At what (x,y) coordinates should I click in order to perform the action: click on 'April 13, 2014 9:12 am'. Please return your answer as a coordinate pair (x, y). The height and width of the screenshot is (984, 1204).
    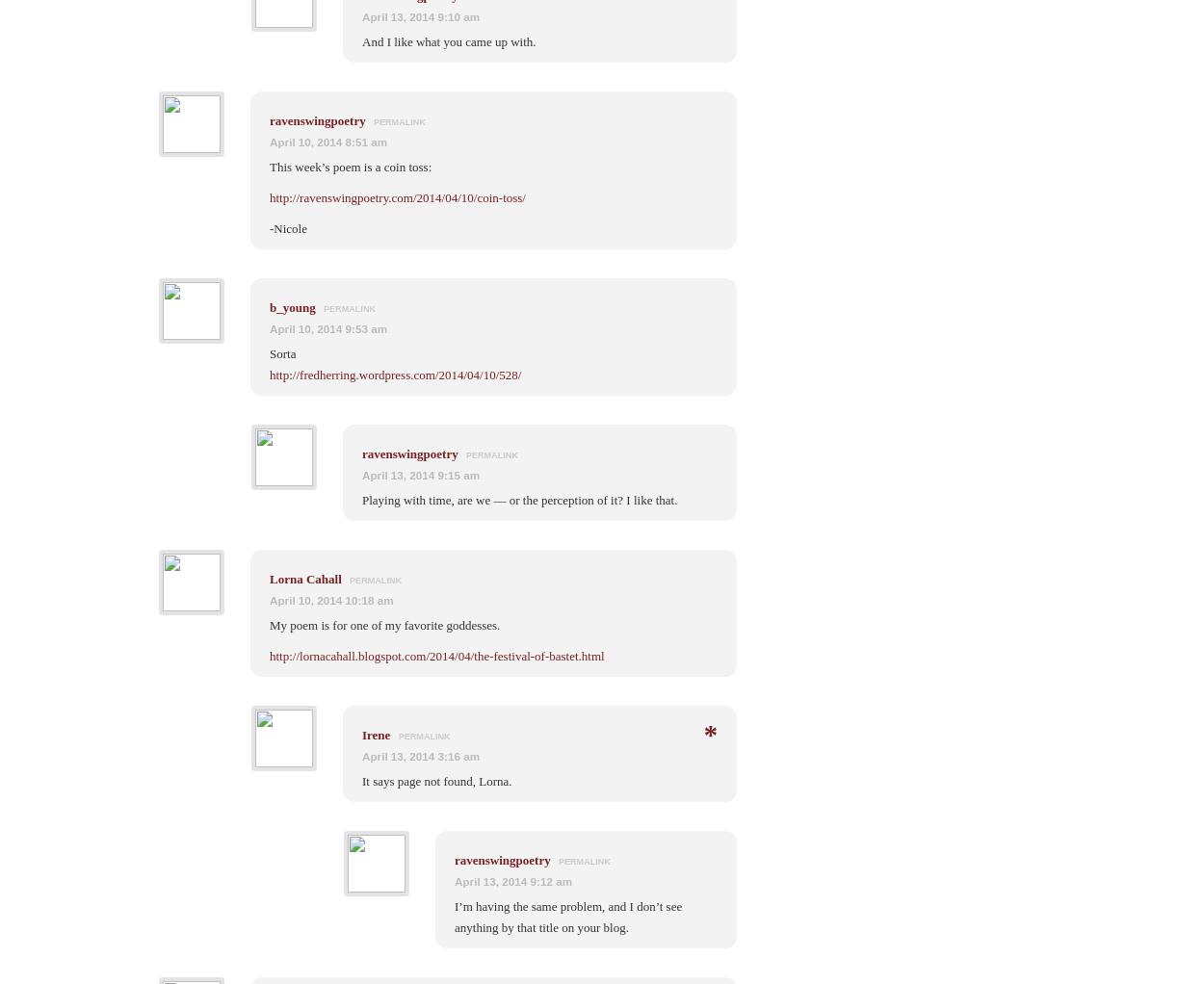
    Looking at the image, I should click on (513, 880).